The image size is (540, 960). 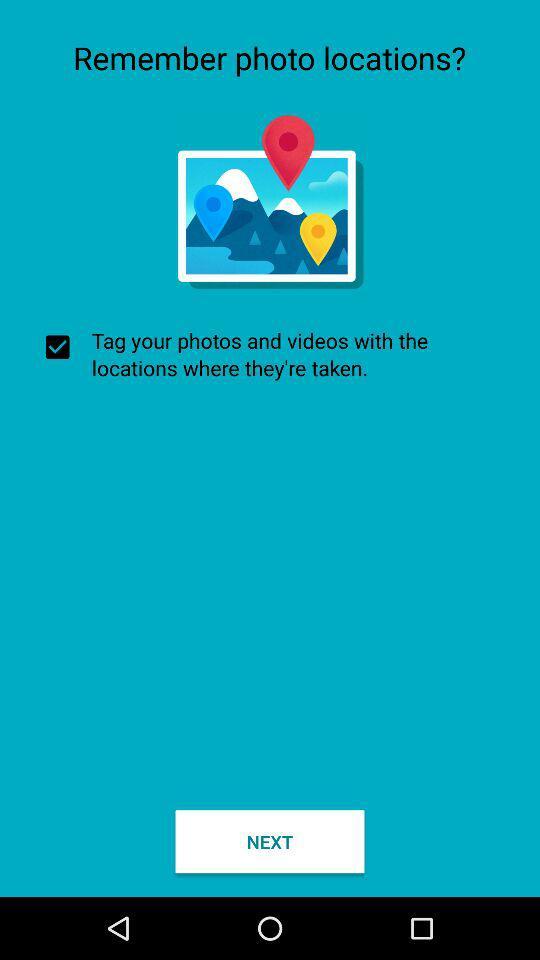 I want to click on tag your photos icon, so click(x=270, y=354).